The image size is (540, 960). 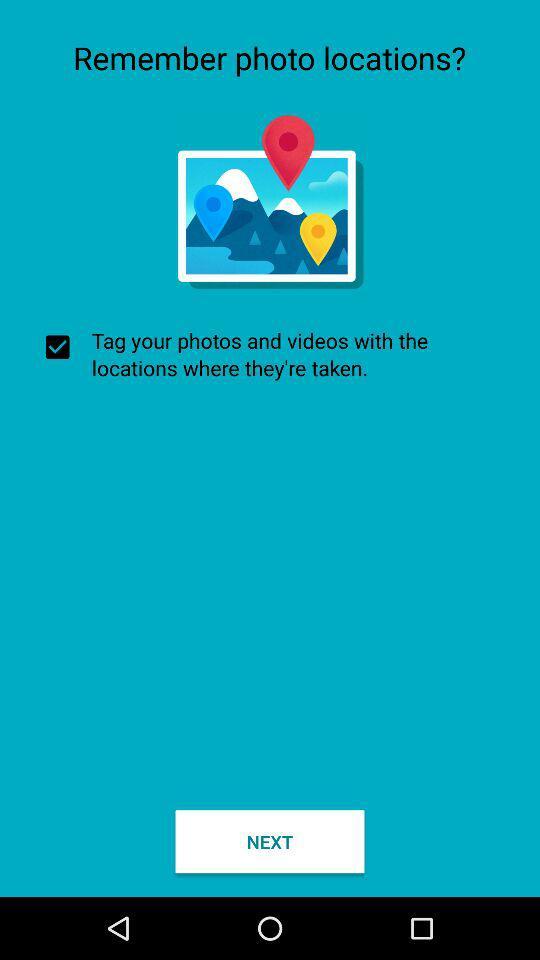 I want to click on tag your photos icon, so click(x=270, y=354).